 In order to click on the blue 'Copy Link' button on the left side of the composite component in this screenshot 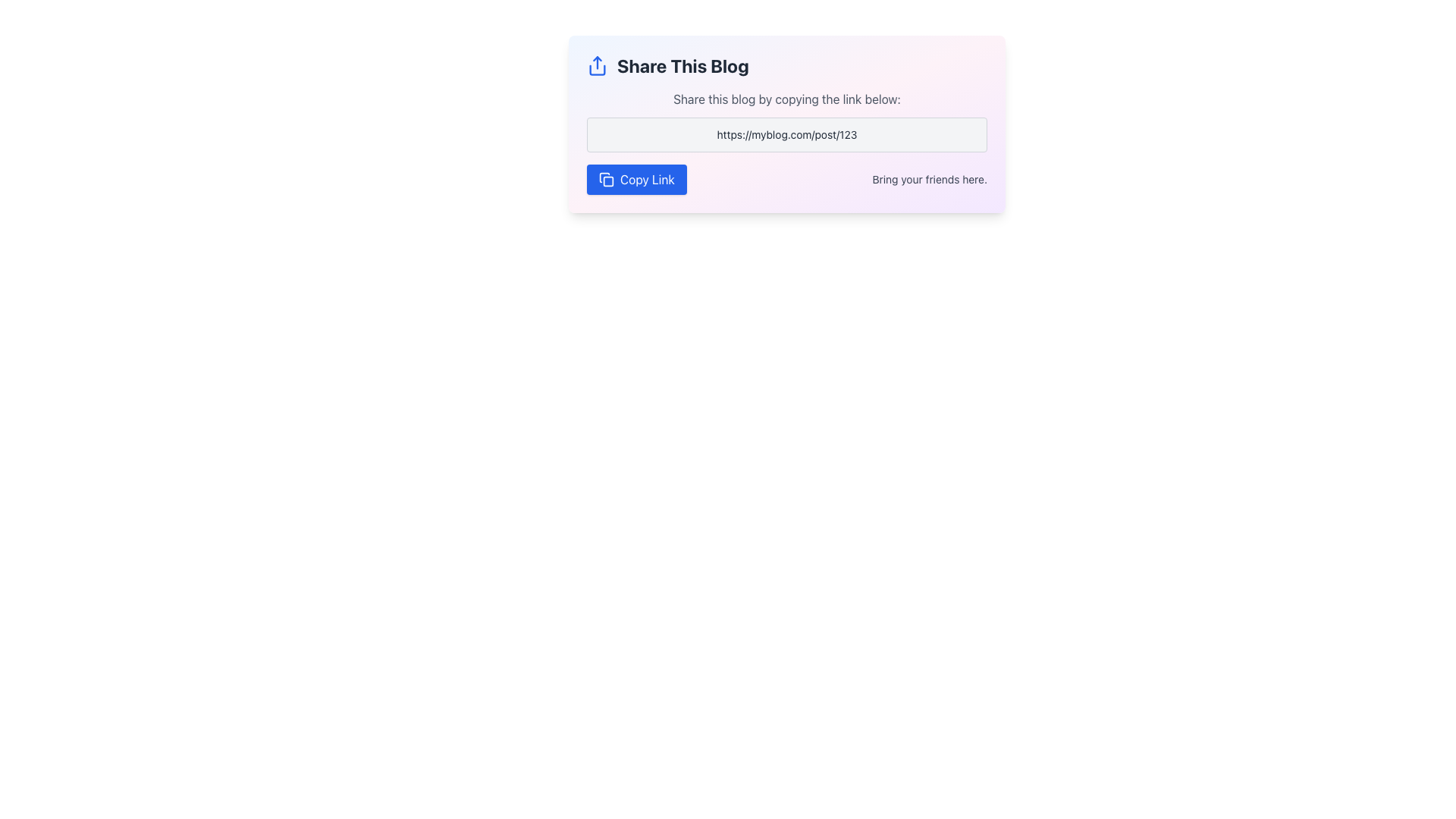, I will do `click(786, 178)`.